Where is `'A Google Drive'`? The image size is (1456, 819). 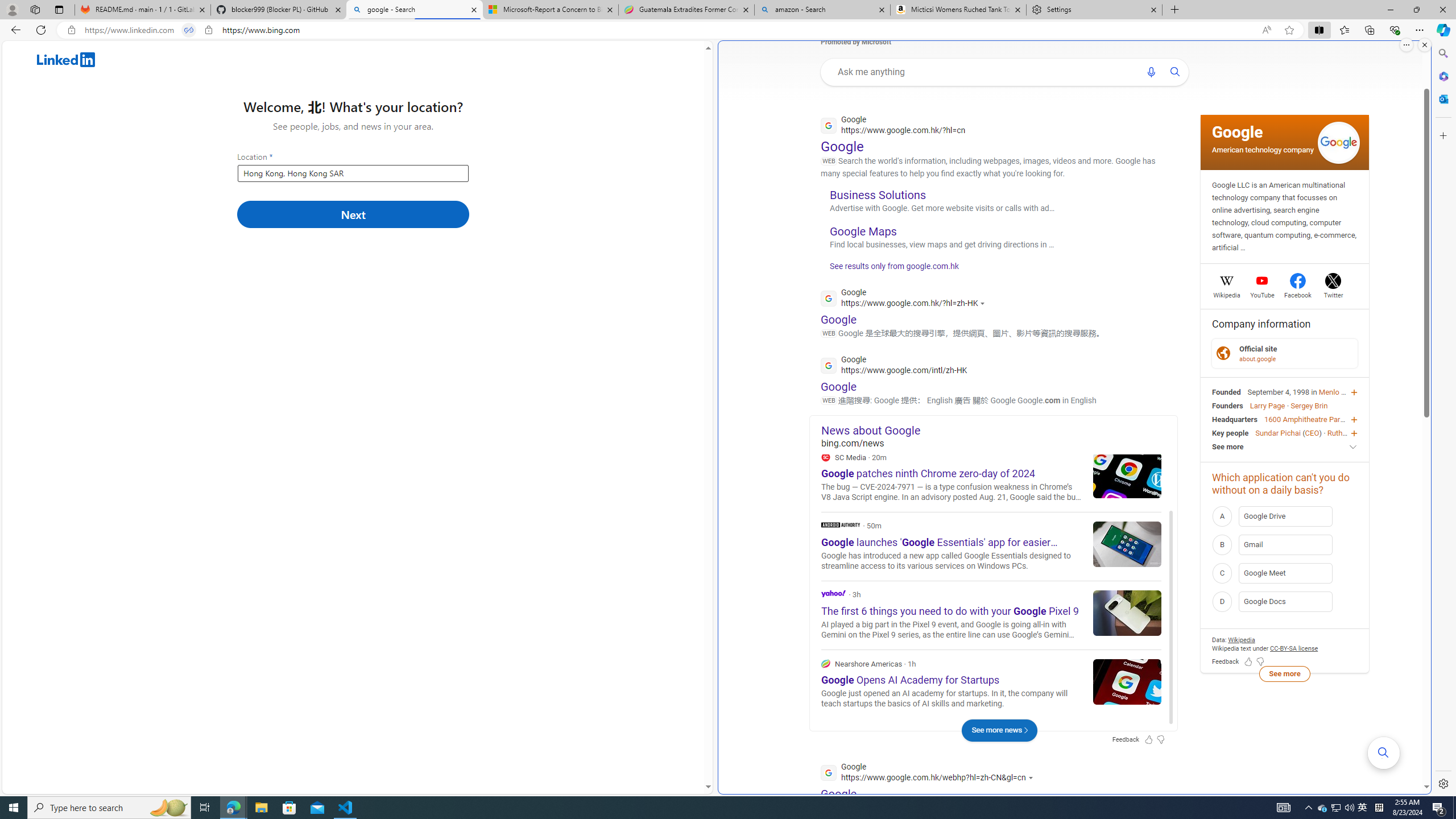
'A Google Drive' is located at coordinates (1284, 516).